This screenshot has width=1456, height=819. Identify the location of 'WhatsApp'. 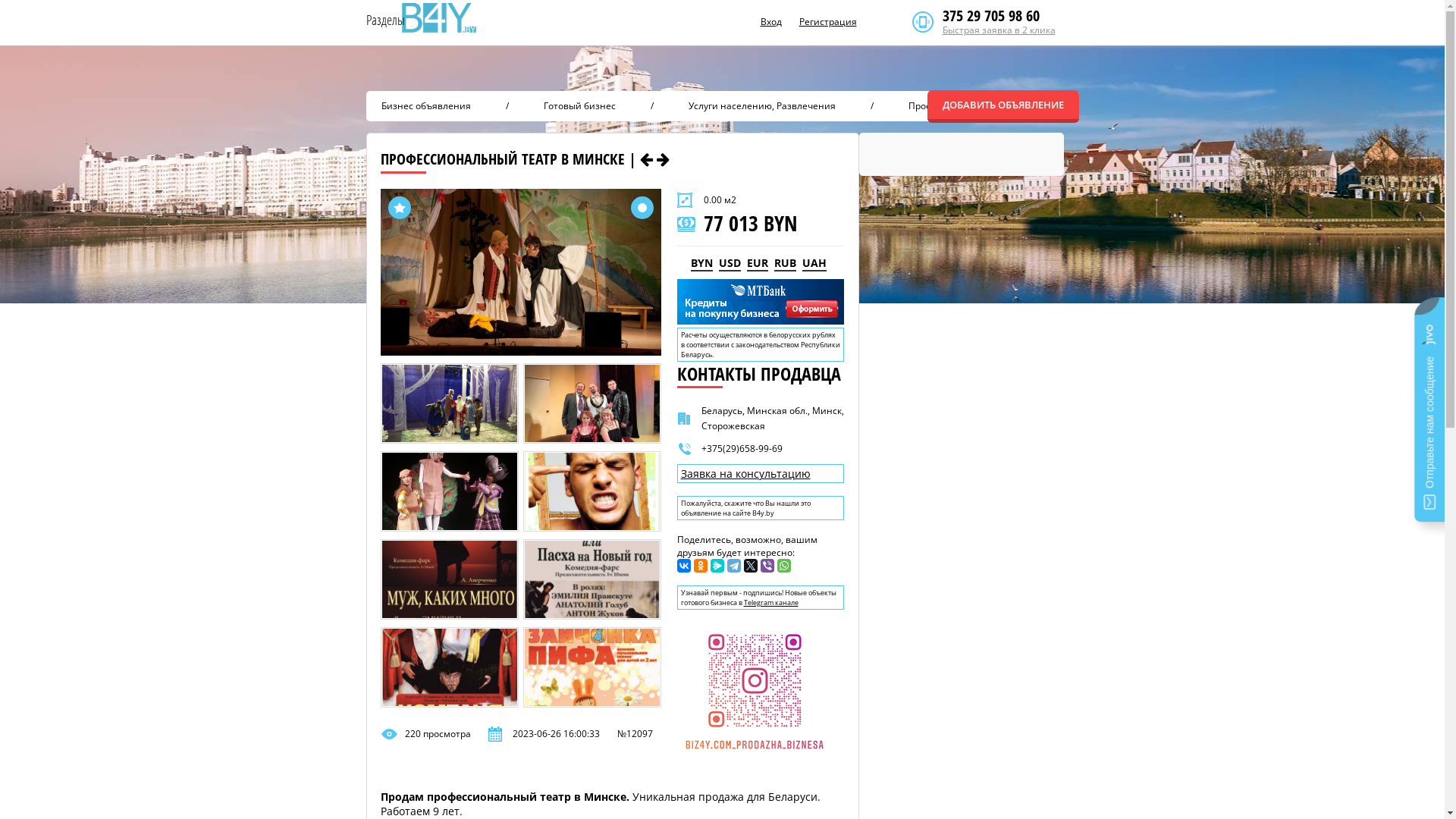
(783, 565).